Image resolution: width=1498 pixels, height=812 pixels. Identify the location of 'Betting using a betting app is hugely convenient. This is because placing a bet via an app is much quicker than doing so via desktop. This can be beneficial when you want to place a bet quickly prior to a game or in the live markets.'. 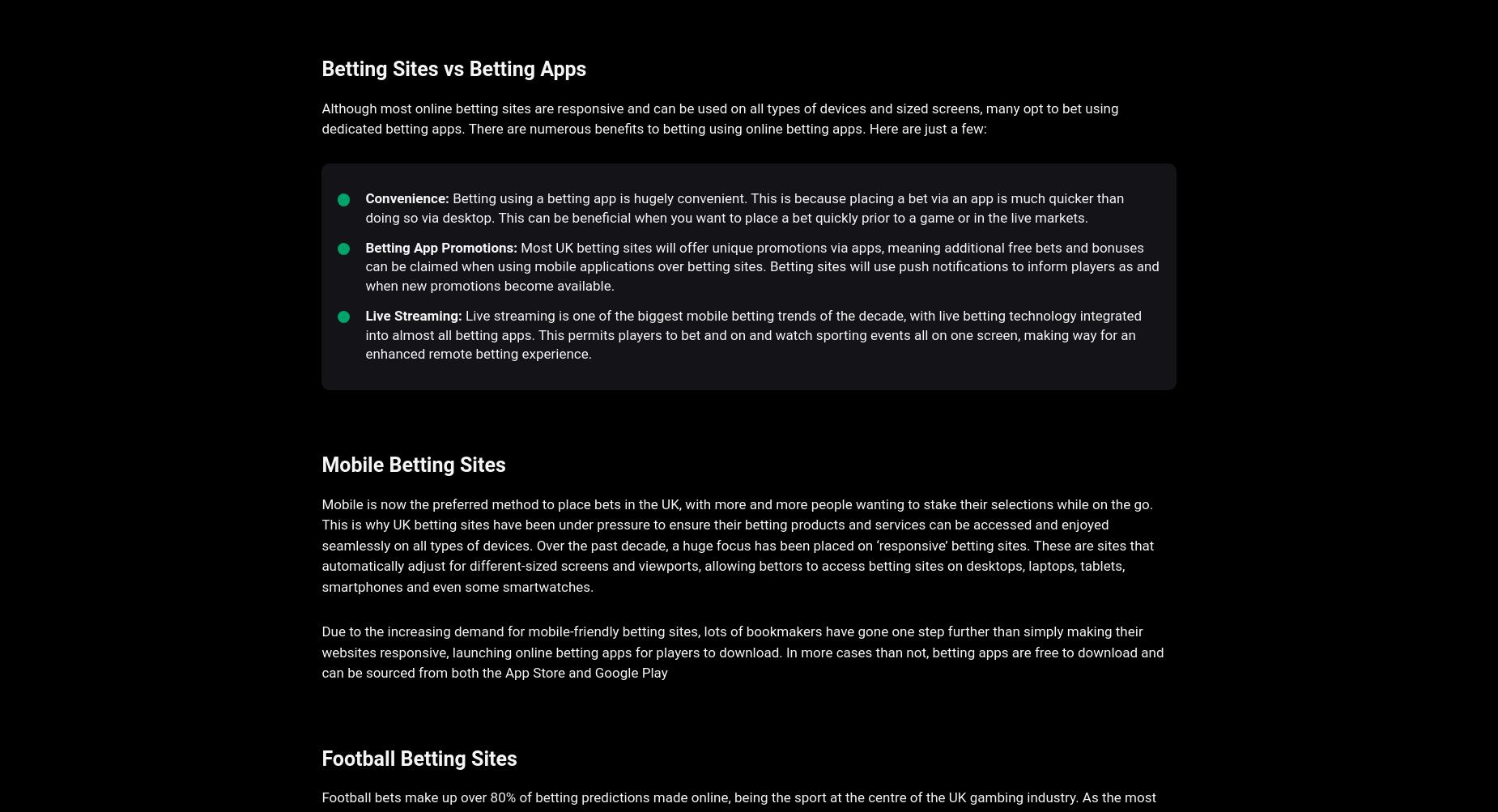
(744, 207).